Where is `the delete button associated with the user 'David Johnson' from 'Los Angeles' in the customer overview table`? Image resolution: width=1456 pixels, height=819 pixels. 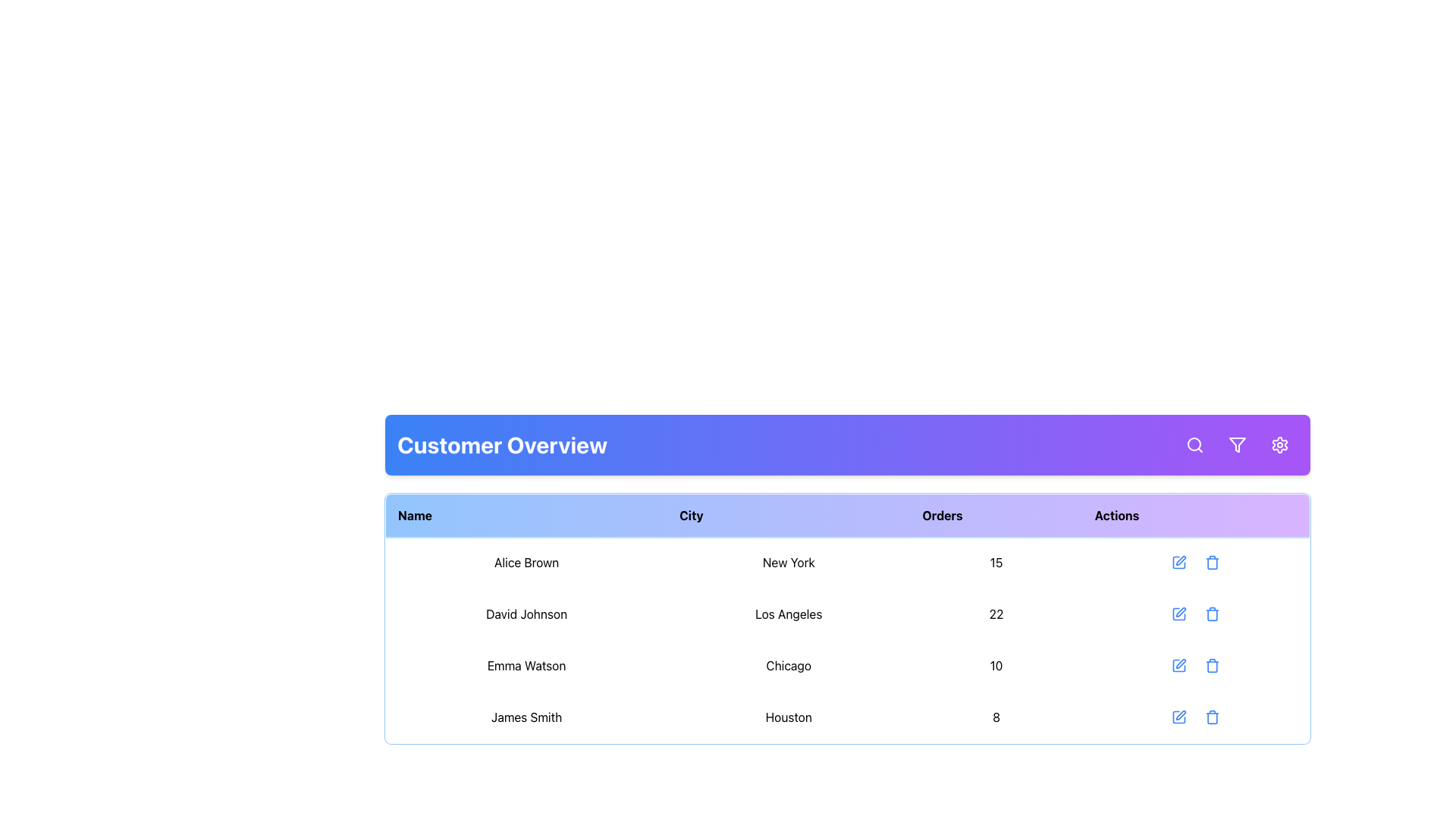
the delete button associated with the user 'David Johnson' from 'Los Angeles' in the customer overview table is located at coordinates (1212, 614).